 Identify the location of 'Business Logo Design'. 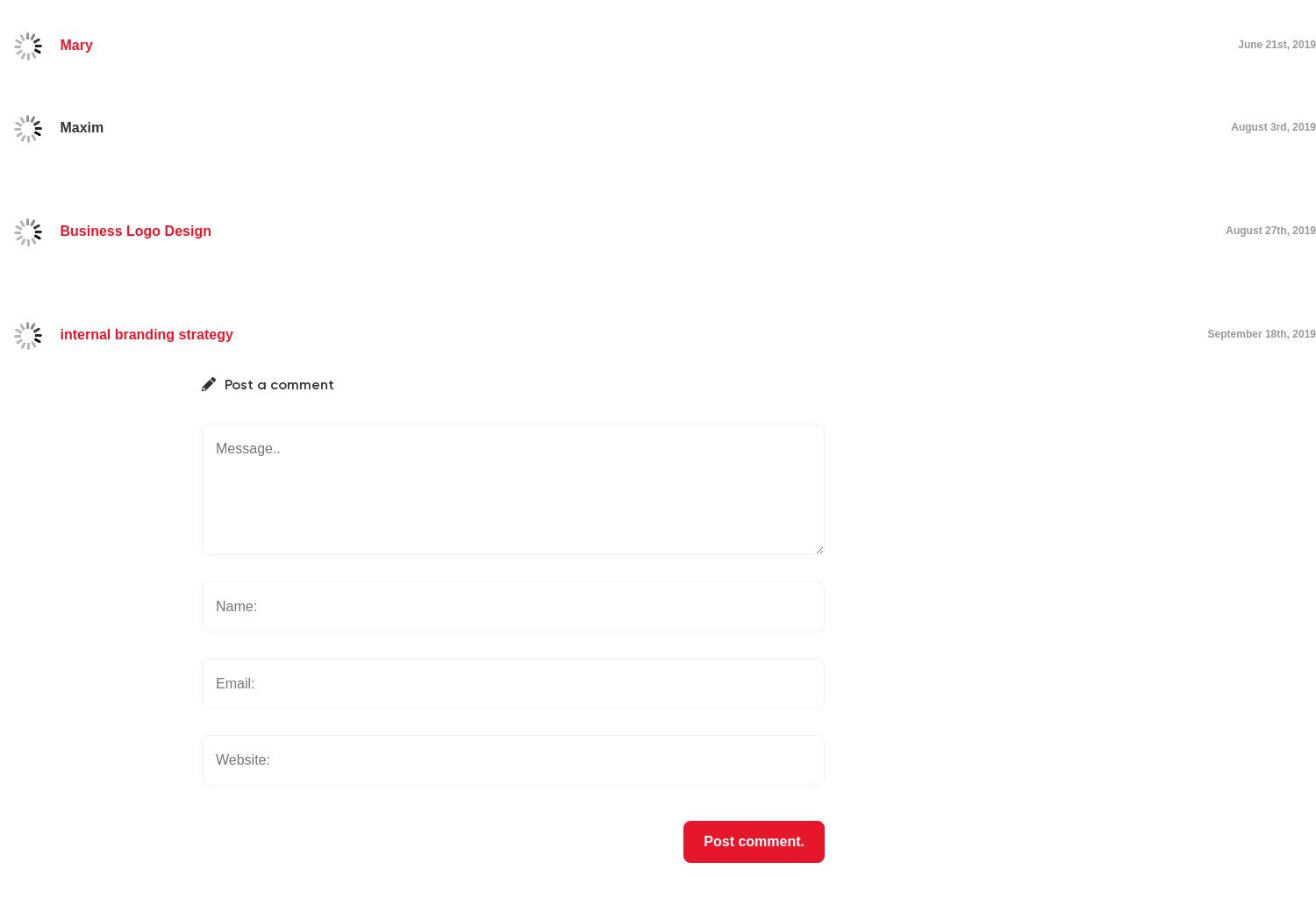
(135, 231).